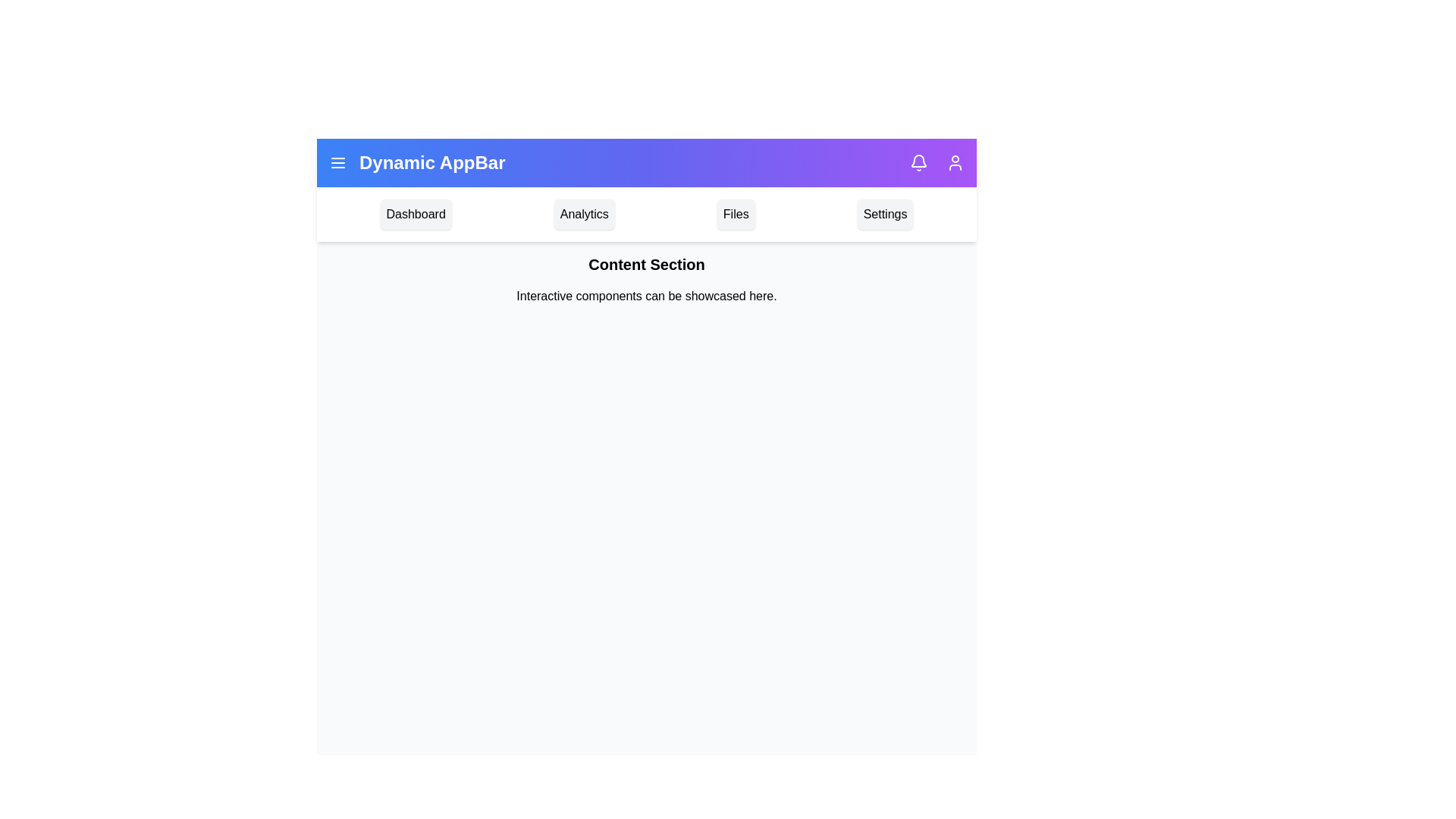  Describe the element at coordinates (337, 163) in the screenshot. I see `the menu icon to toggle the menu visibility` at that location.